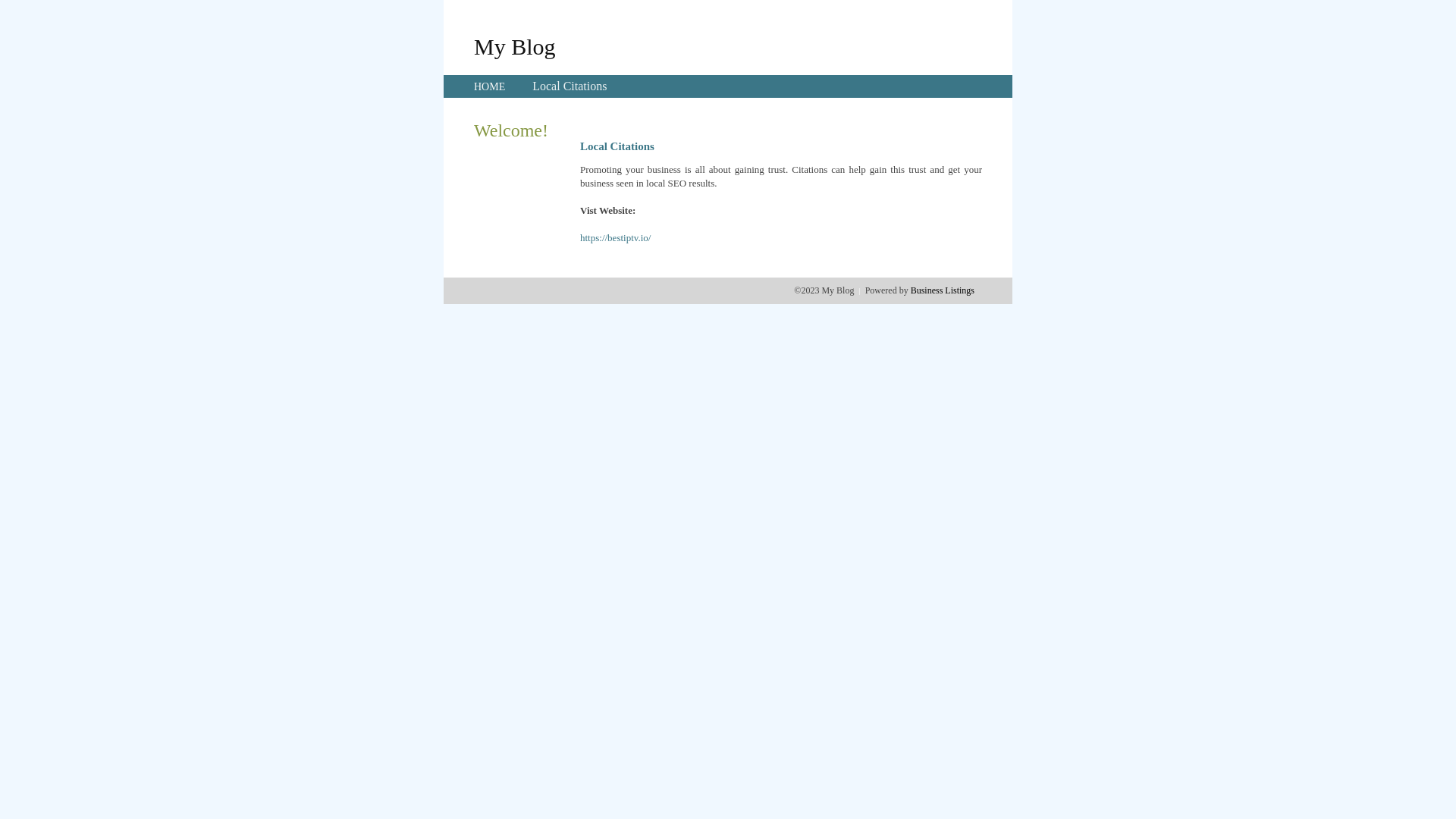 The height and width of the screenshot is (819, 1456). What do you see at coordinates (514, 45) in the screenshot?
I see `'My Blog'` at bounding box center [514, 45].